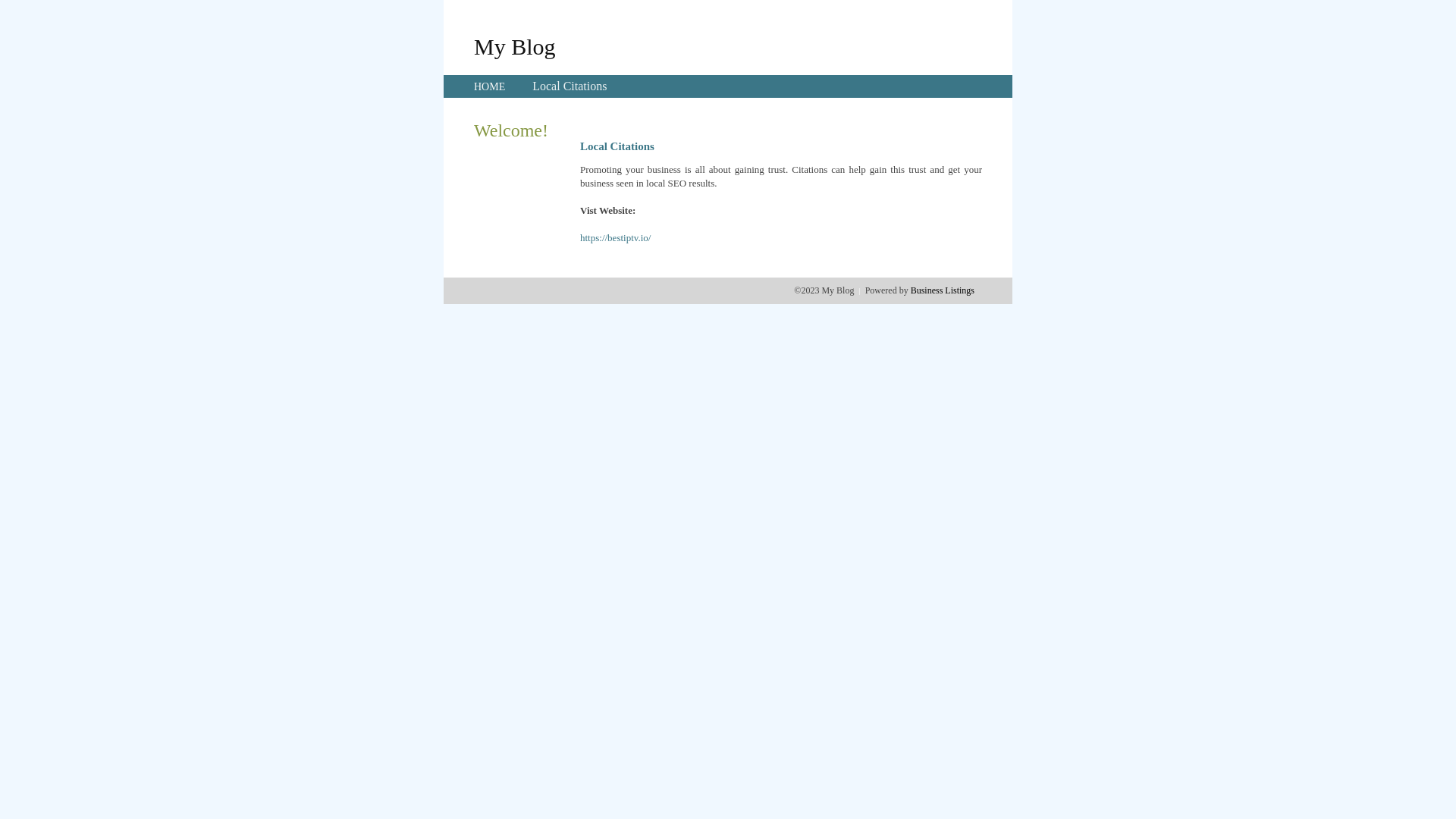 The height and width of the screenshot is (819, 1456). What do you see at coordinates (514, 45) in the screenshot?
I see `'My Blog'` at bounding box center [514, 45].